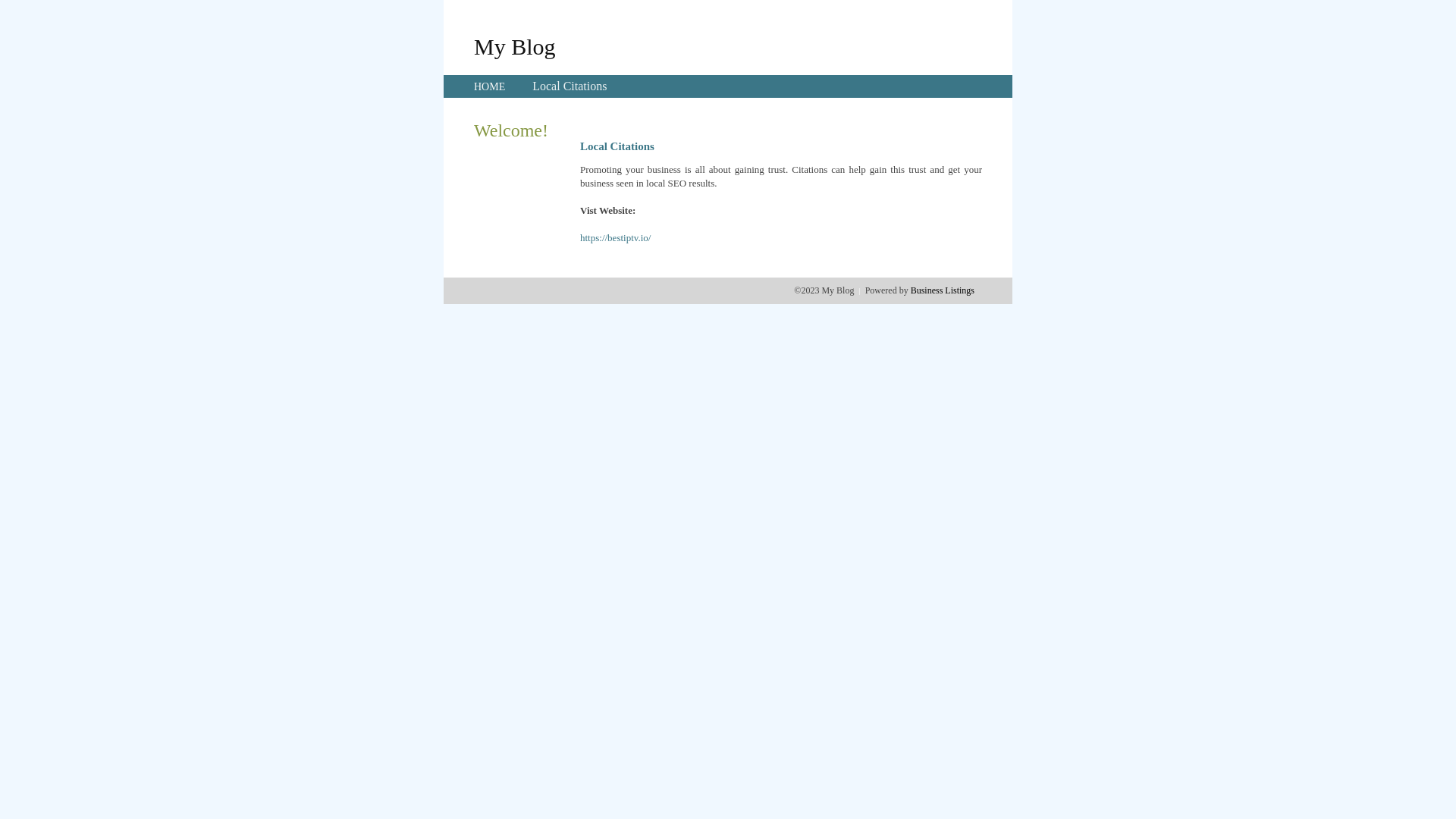 The height and width of the screenshot is (819, 1456). What do you see at coordinates (514, 45) in the screenshot?
I see `'My Blog'` at bounding box center [514, 45].